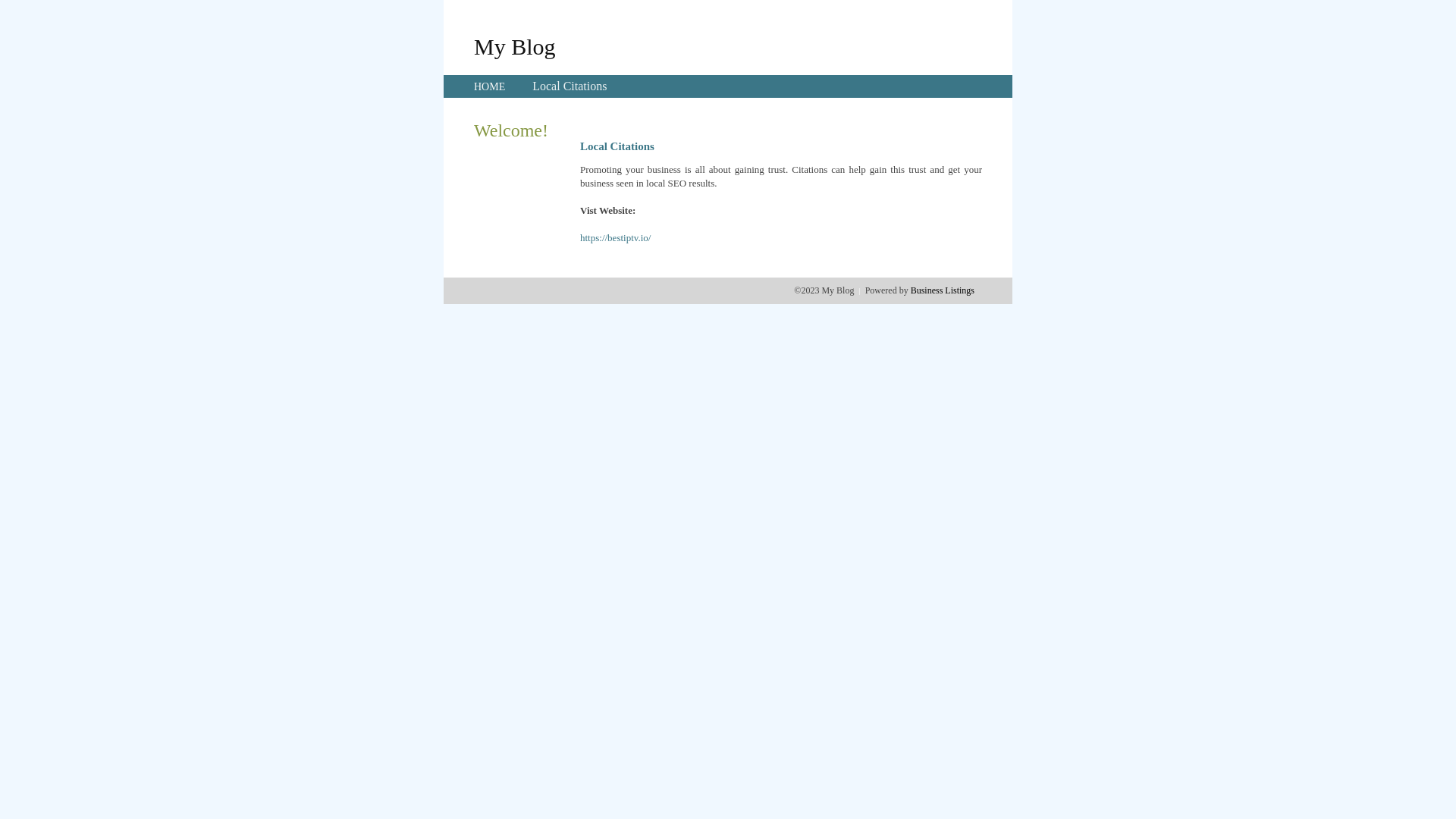 The height and width of the screenshot is (819, 1456). What do you see at coordinates (514, 45) in the screenshot?
I see `'My Blog'` at bounding box center [514, 45].